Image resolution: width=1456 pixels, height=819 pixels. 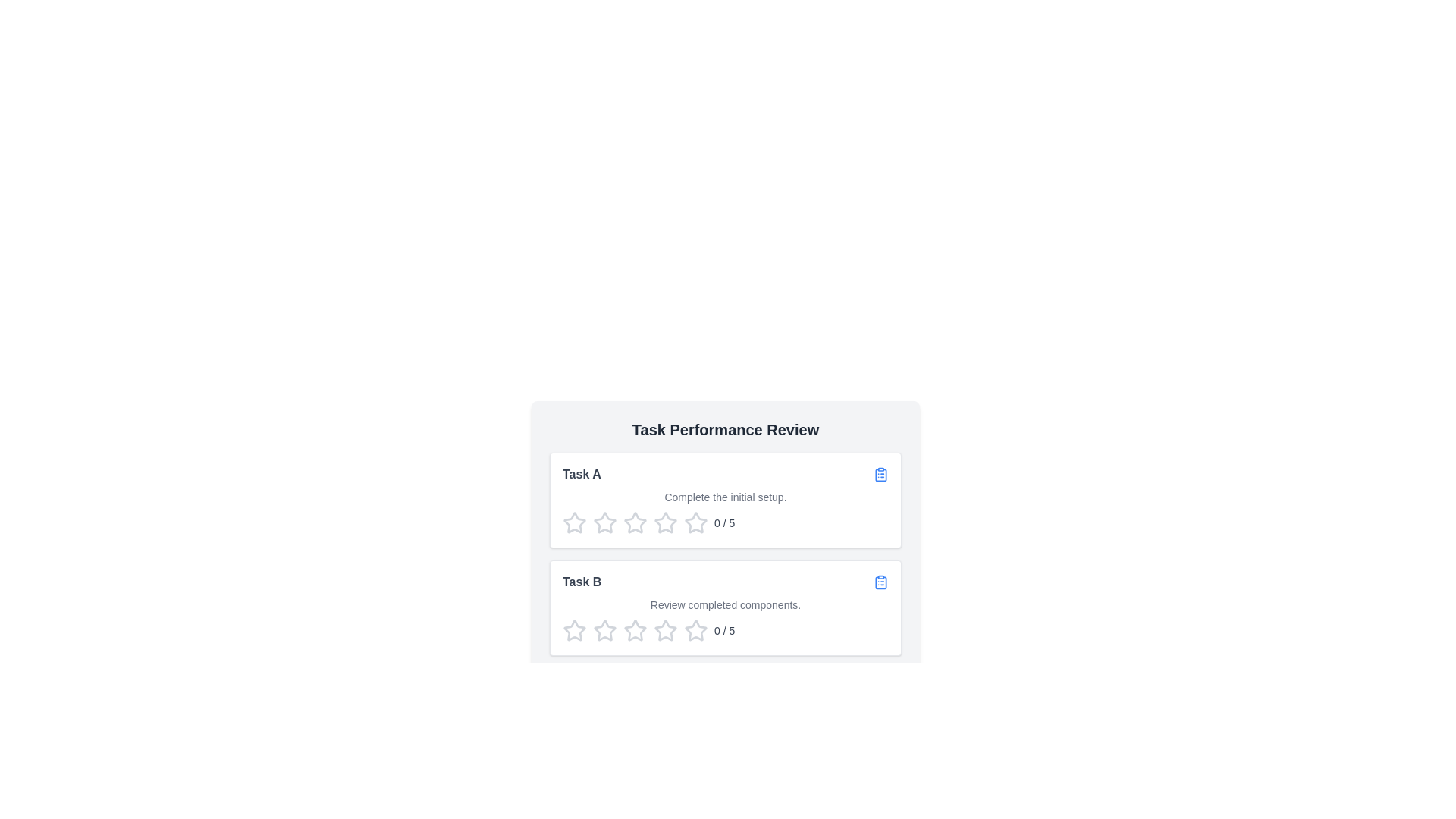 I want to click on the stars of the second task item titled 'Task B' to assign a rating, so click(x=724, y=607).